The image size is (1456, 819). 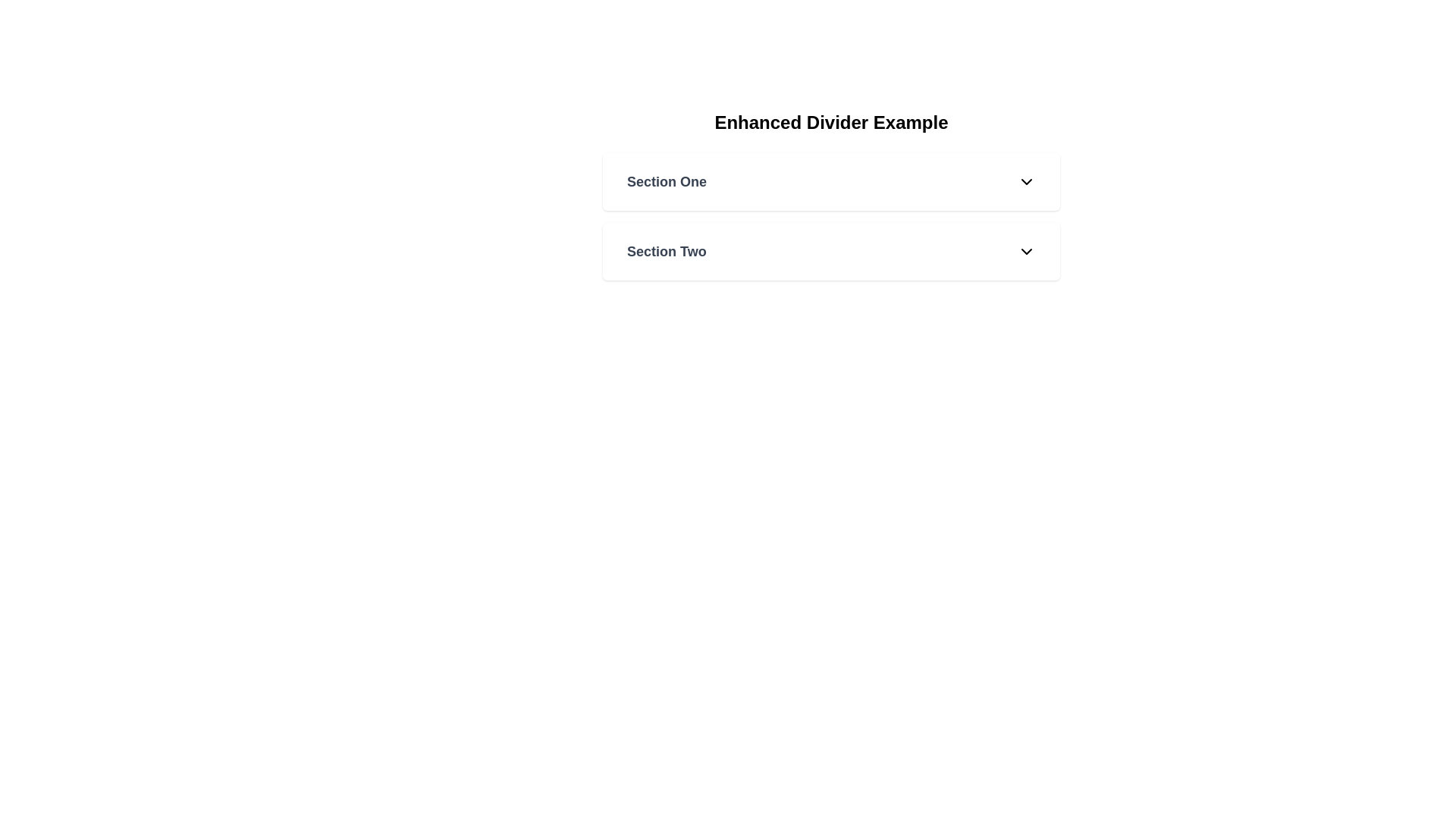 What do you see at coordinates (830, 195) in the screenshot?
I see `the section title 'Section One' of the collapsible sections component labeled 'Enhanced Divider Example'` at bounding box center [830, 195].